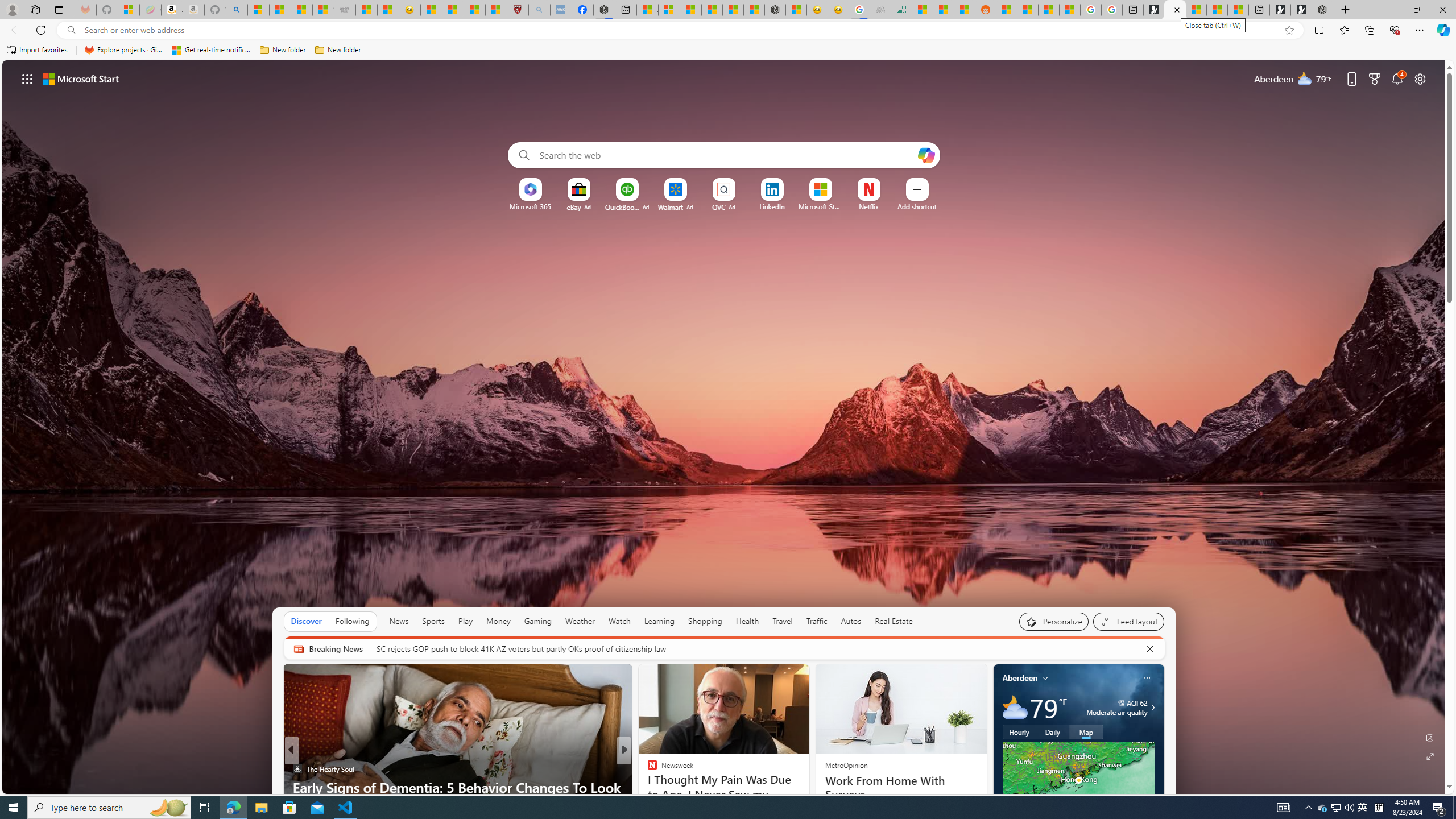  What do you see at coordinates (1006, 9) in the screenshot?
I see `'R******* | Trusted Community Engagement and Contributions'` at bounding box center [1006, 9].